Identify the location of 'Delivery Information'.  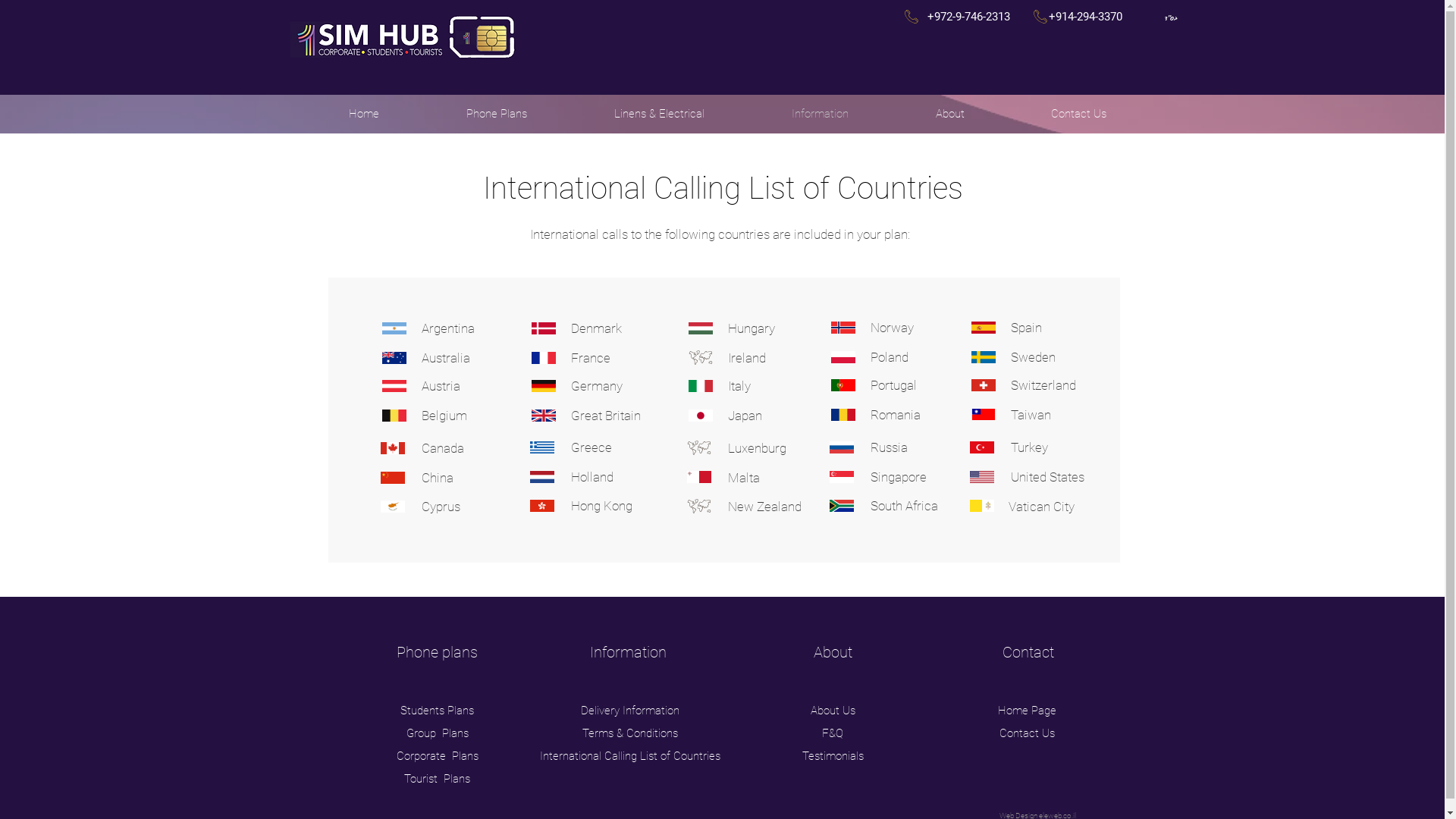
(629, 711).